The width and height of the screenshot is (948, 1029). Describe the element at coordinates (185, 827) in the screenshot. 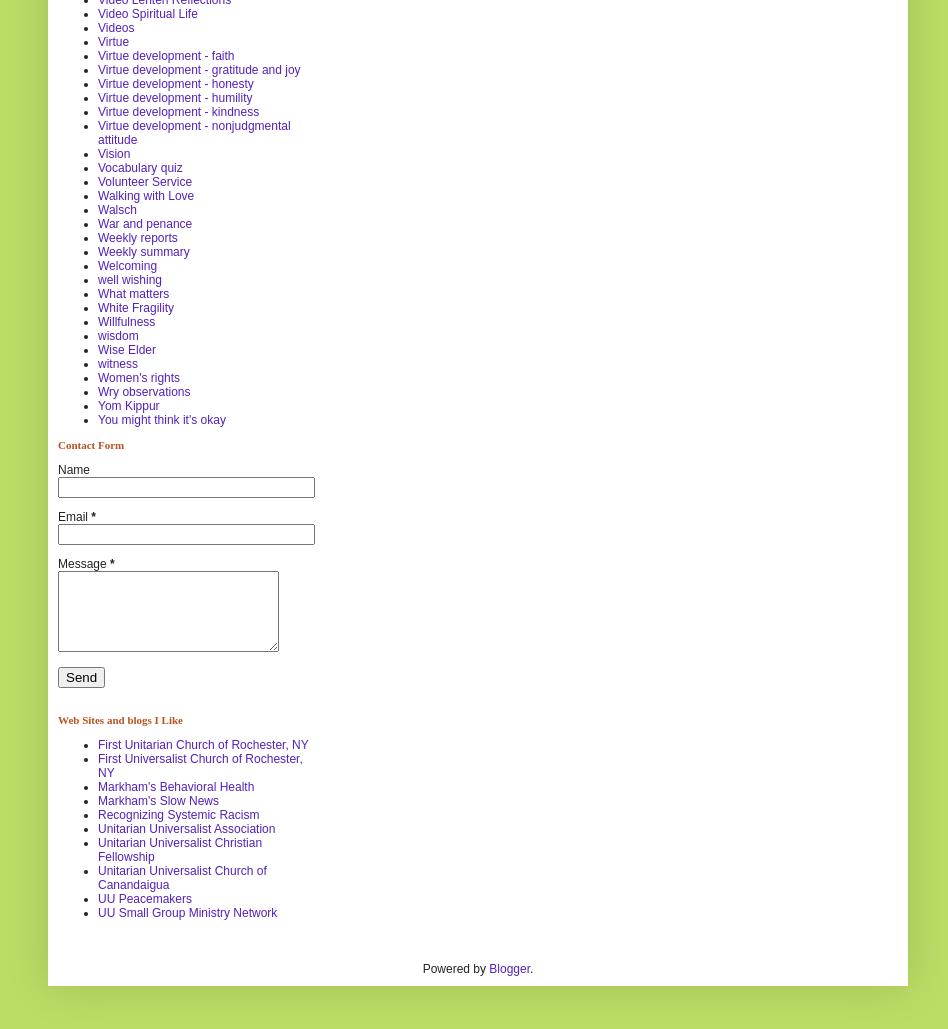

I see `'Unitarian Universalist Association'` at that location.